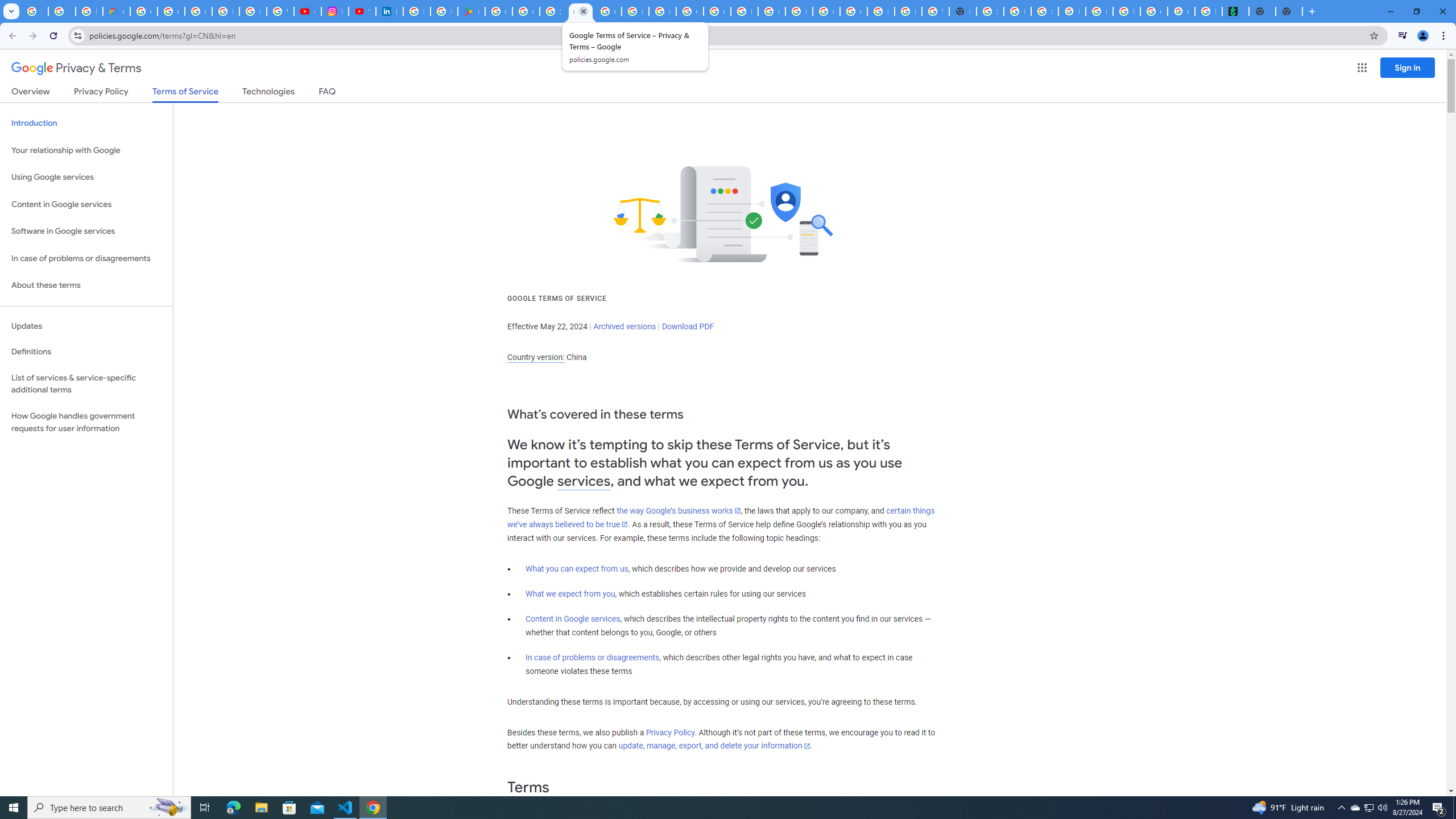 The height and width of the screenshot is (819, 1456). I want to click on 'services', so click(584, 481).